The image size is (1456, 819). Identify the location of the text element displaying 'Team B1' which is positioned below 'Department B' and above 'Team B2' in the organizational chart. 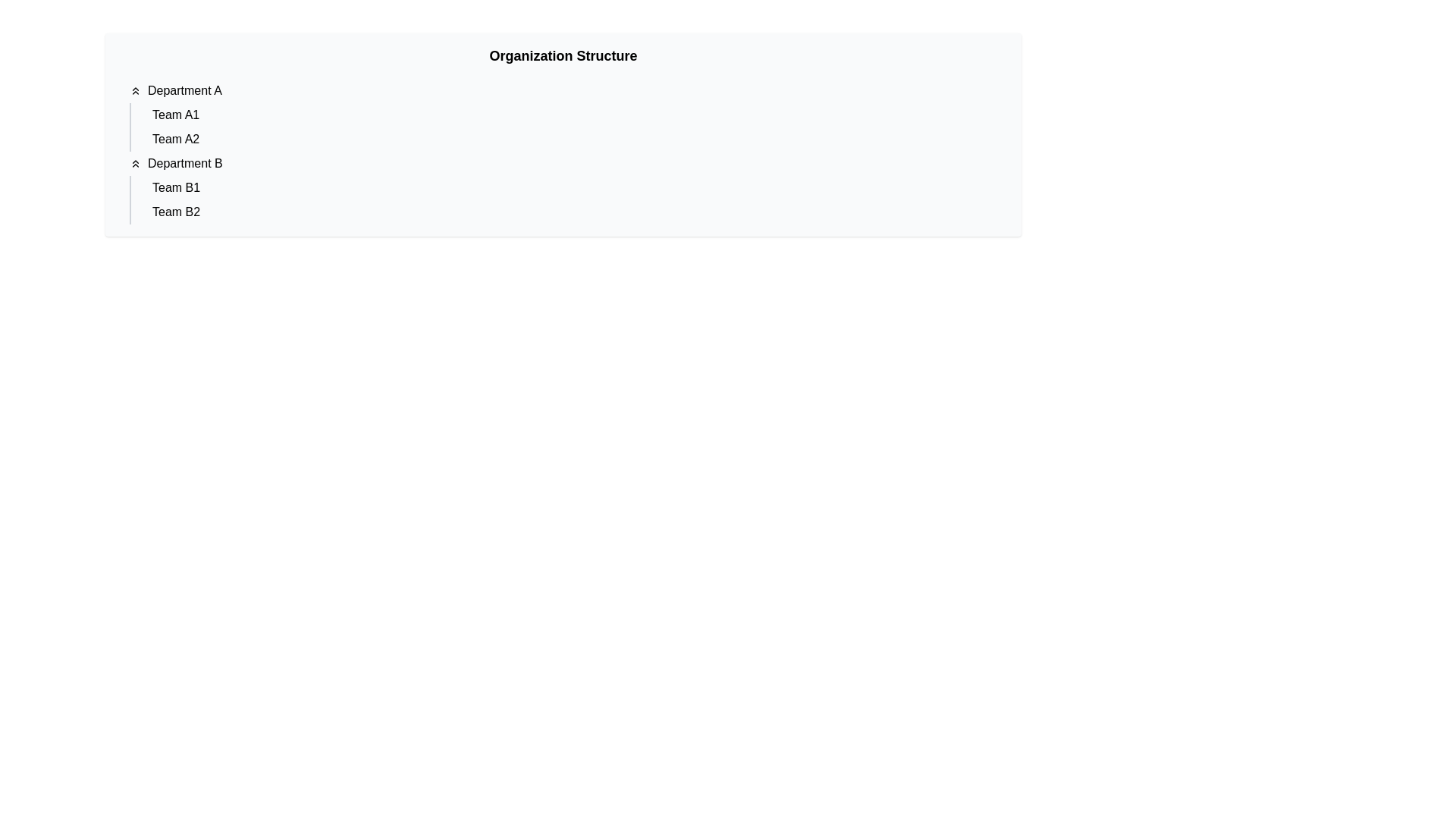
(176, 187).